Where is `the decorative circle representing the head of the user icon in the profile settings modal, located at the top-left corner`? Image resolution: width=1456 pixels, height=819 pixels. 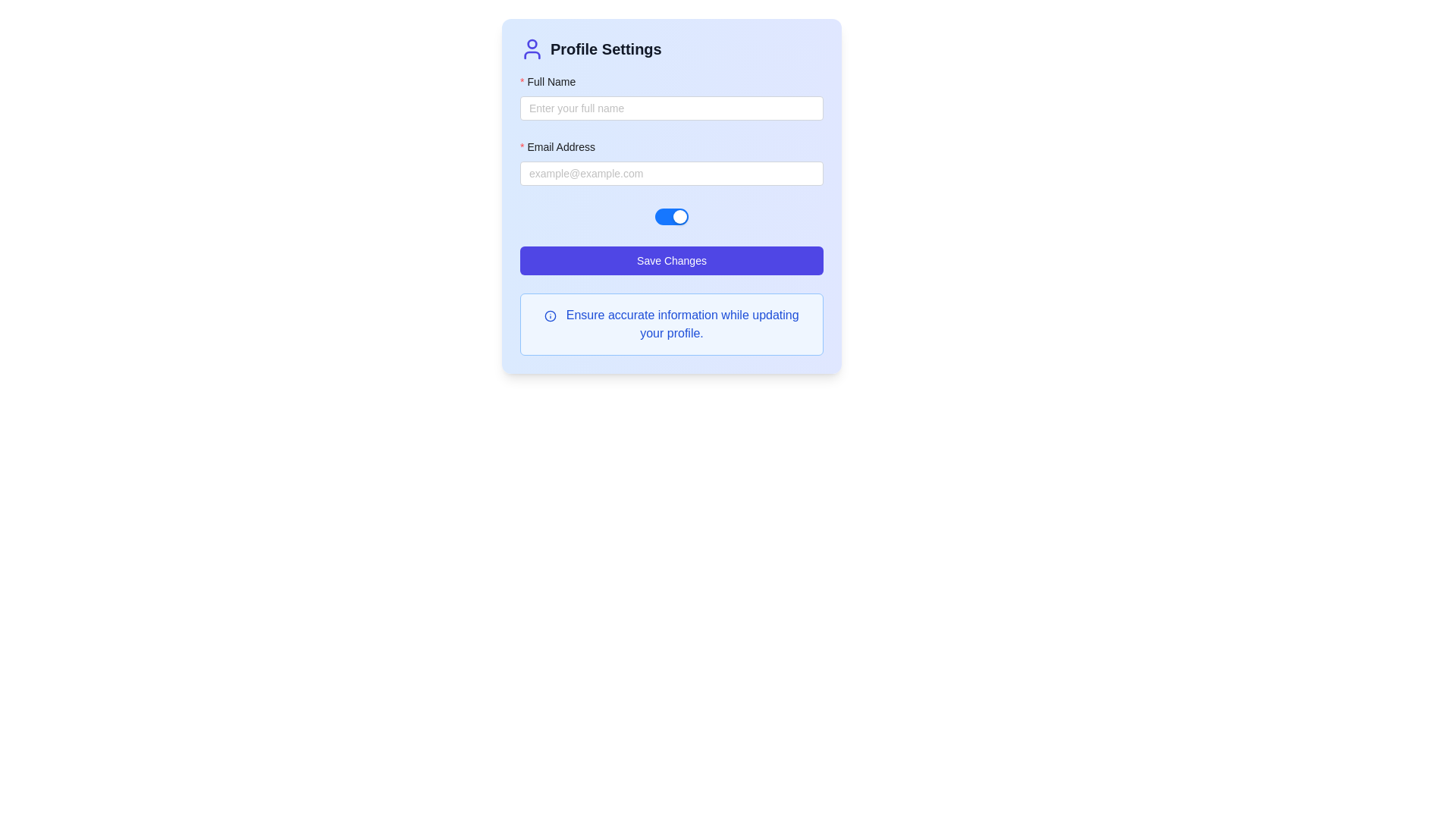
the decorative circle representing the head of the user icon in the profile settings modal, located at the top-left corner is located at coordinates (532, 42).